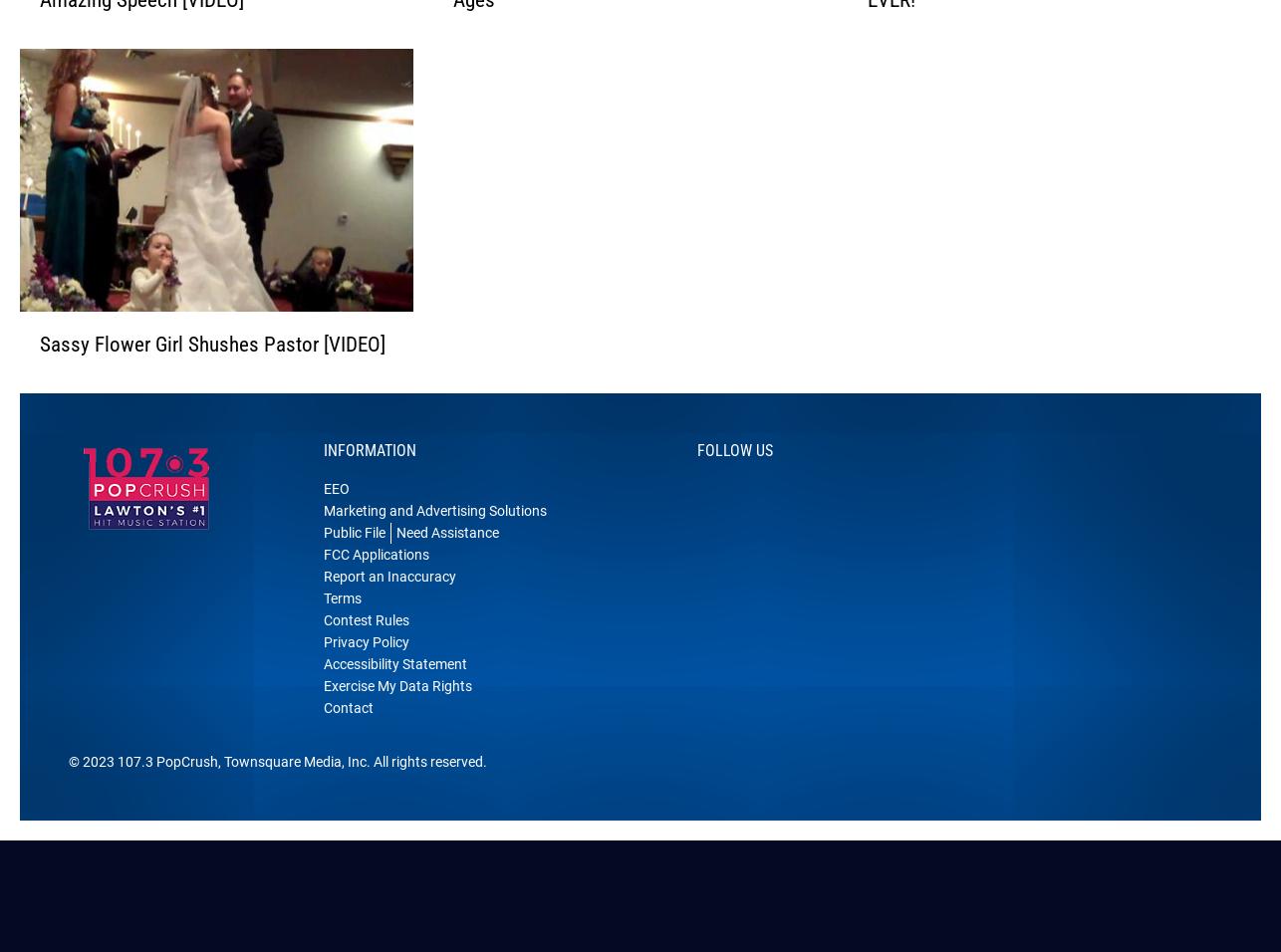 This screenshot has width=1281, height=952. What do you see at coordinates (393, 690) in the screenshot?
I see `'Accessibility Statement'` at bounding box center [393, 690].